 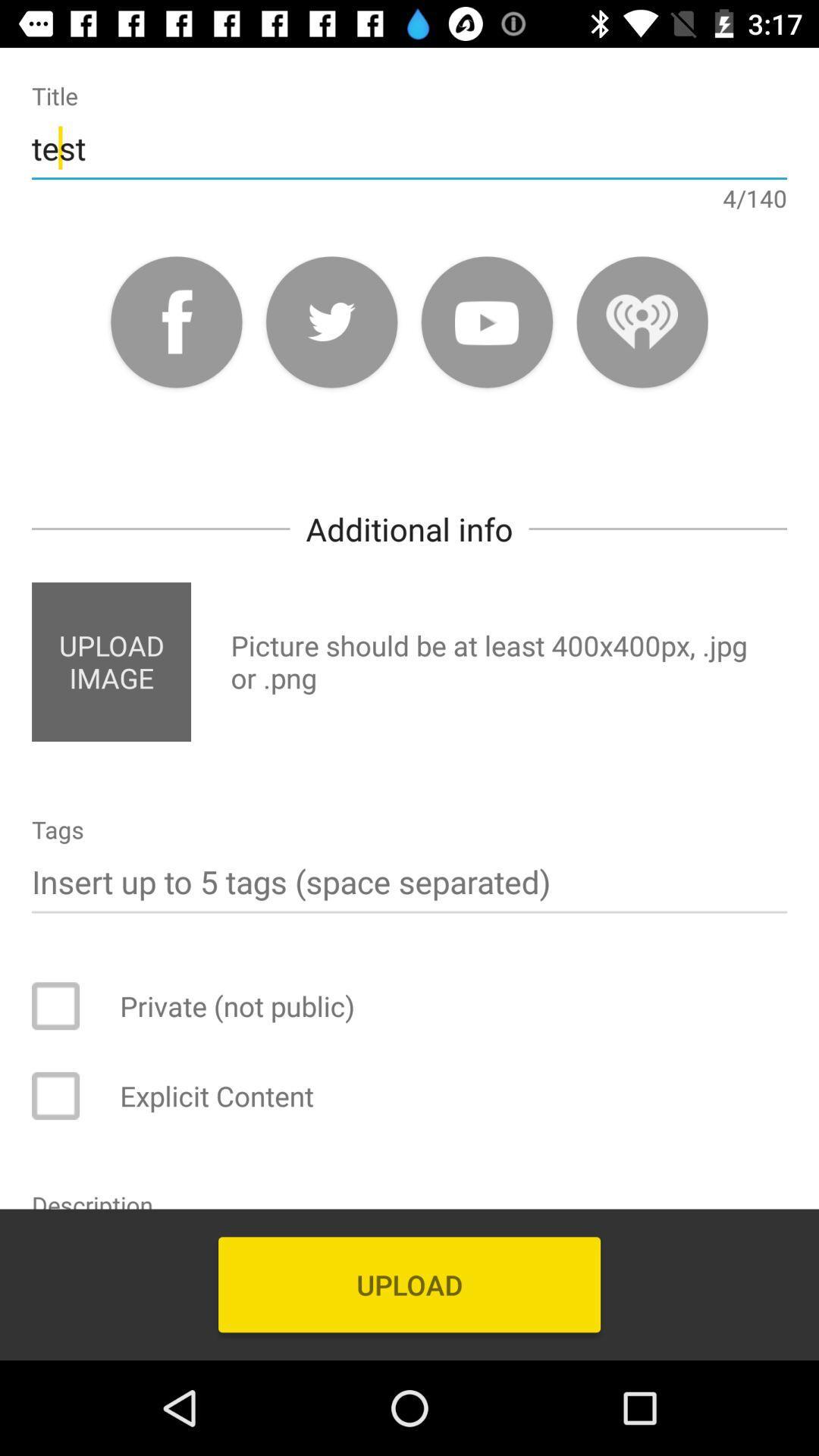 What do you see at coordinates (487, 321) in the screenshot?
I see `youtube link` at bounding box center [487, 321].